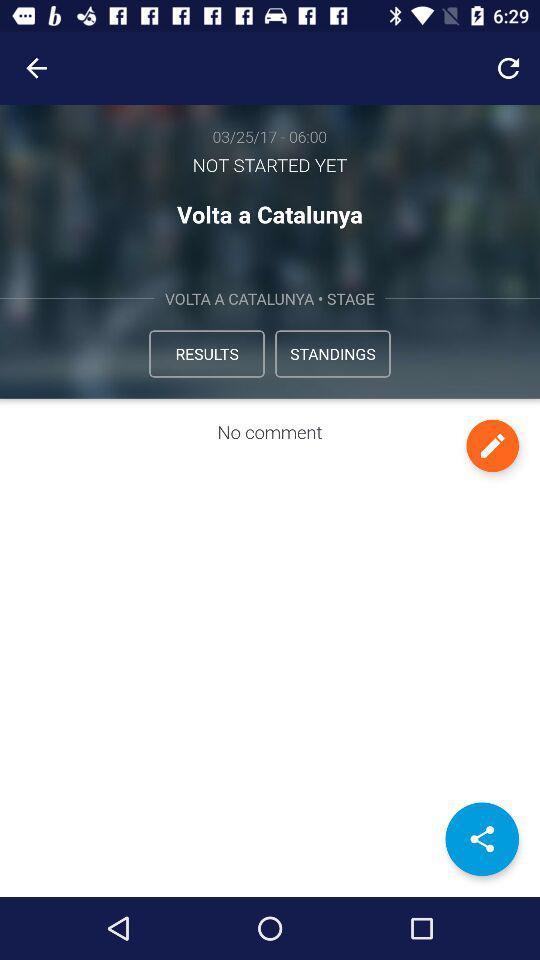  What do you see at coordinates (491, 445) in the screenshot?
I see `compose a comment` at bounding box center [491, 445].